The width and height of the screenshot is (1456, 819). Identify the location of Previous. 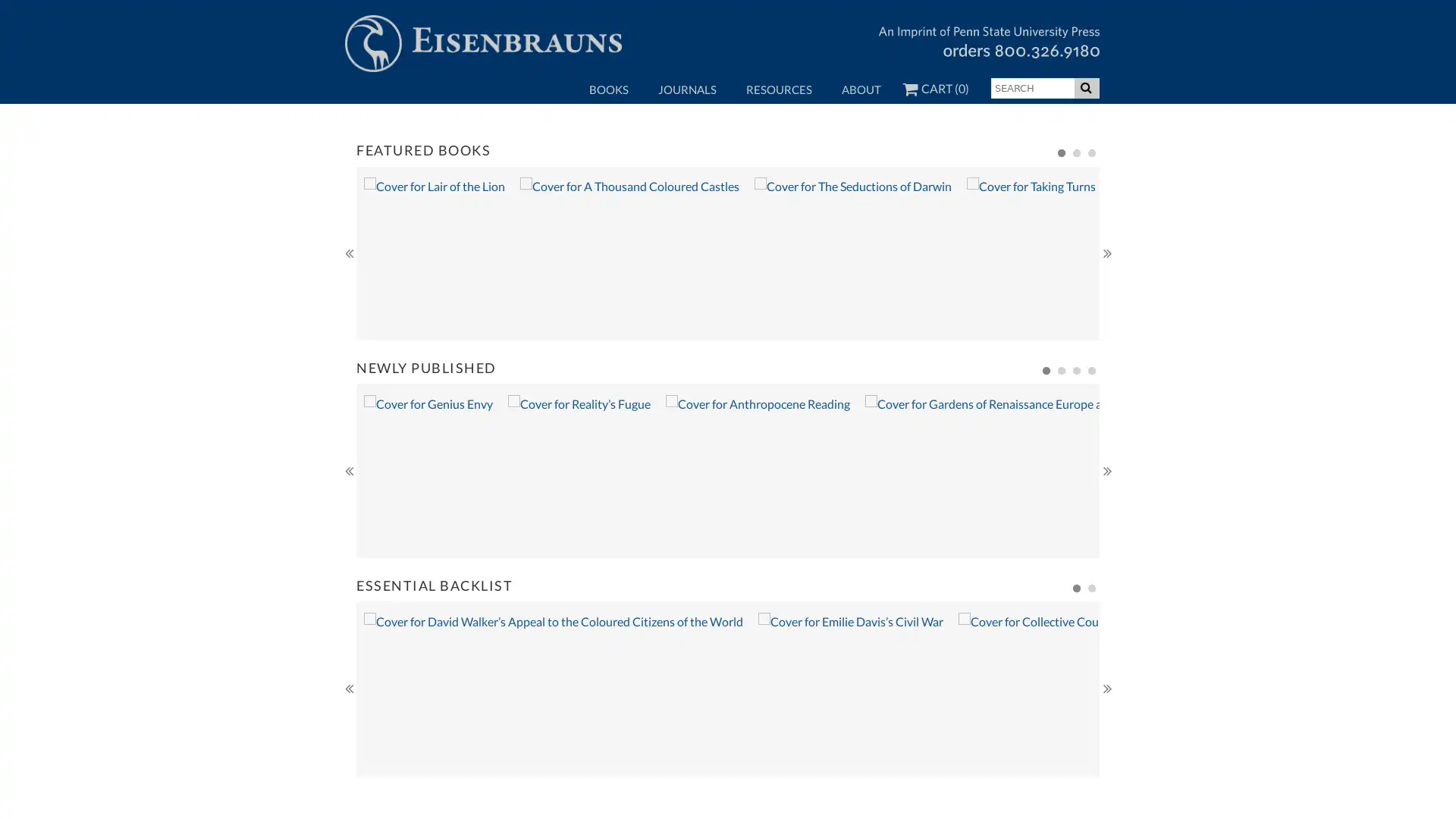
(348, 470).